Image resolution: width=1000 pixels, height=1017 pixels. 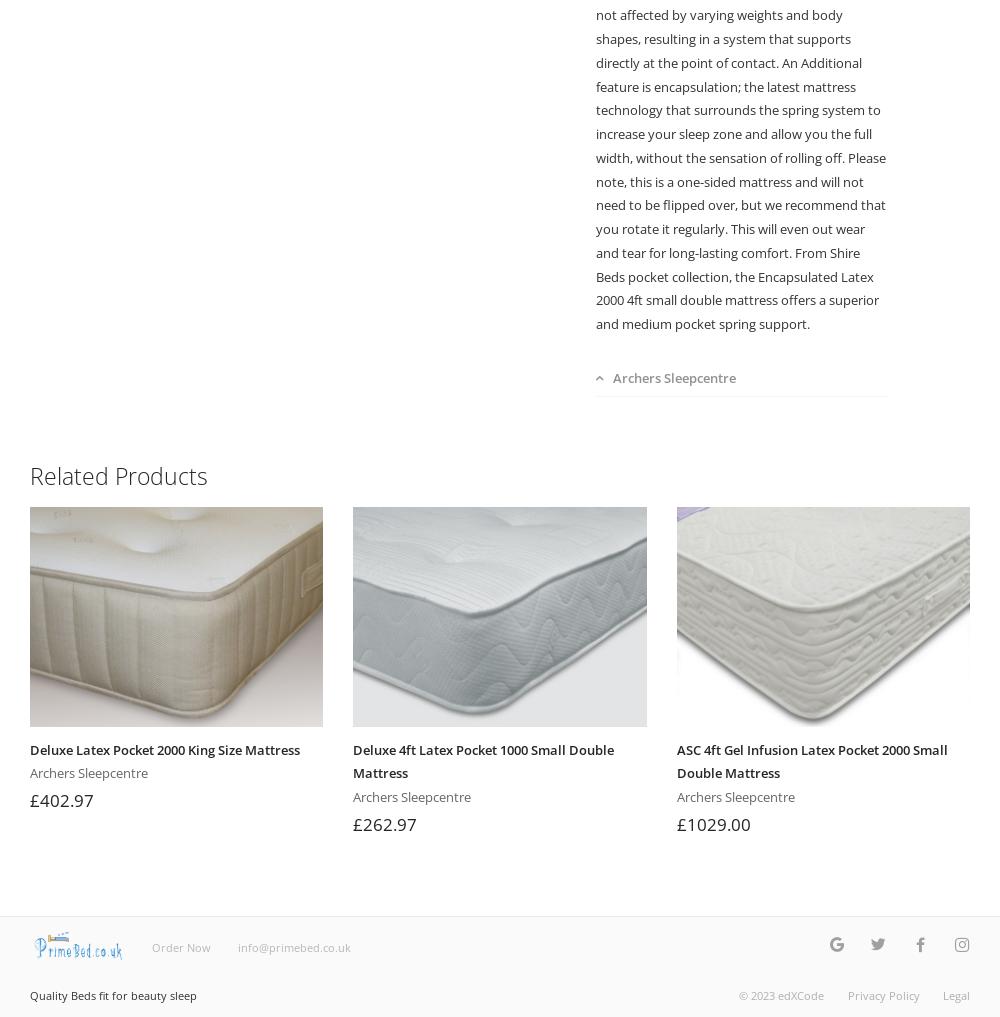 I want to click on '£1029.00', so click(x=712, y=821).